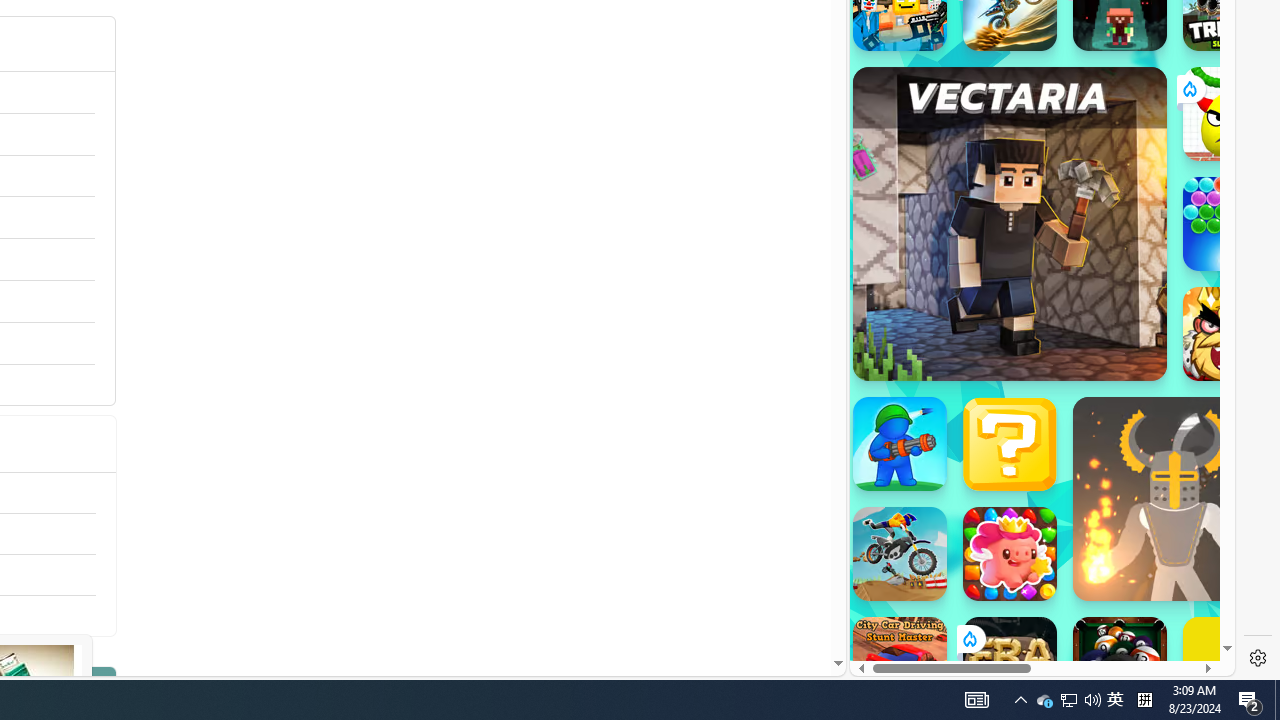 The image size is (1280, 720). What do you see at coordinates (1009, 554) in the screenshot?
I see `'Match Arena'` at bounding box center [1009, 554].